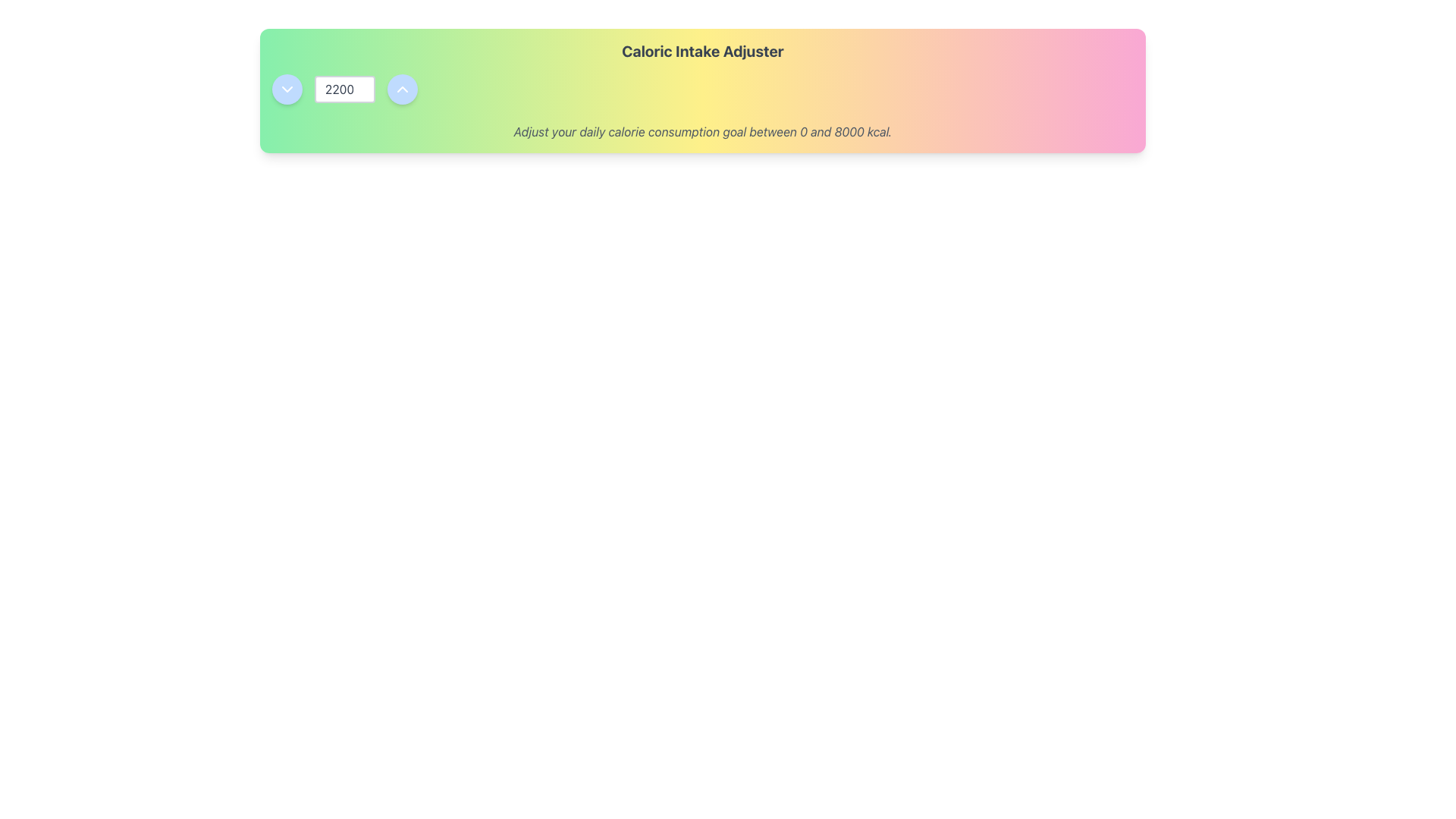 The height and width of the screenshot is (819, 1456). What do you see at coordinates (403, 89) in the screenshot?
I see `the blue circular button with an upward-pointing white arrow to increment the value displayed in the adjacent white box` at bounding box center [403, 89].